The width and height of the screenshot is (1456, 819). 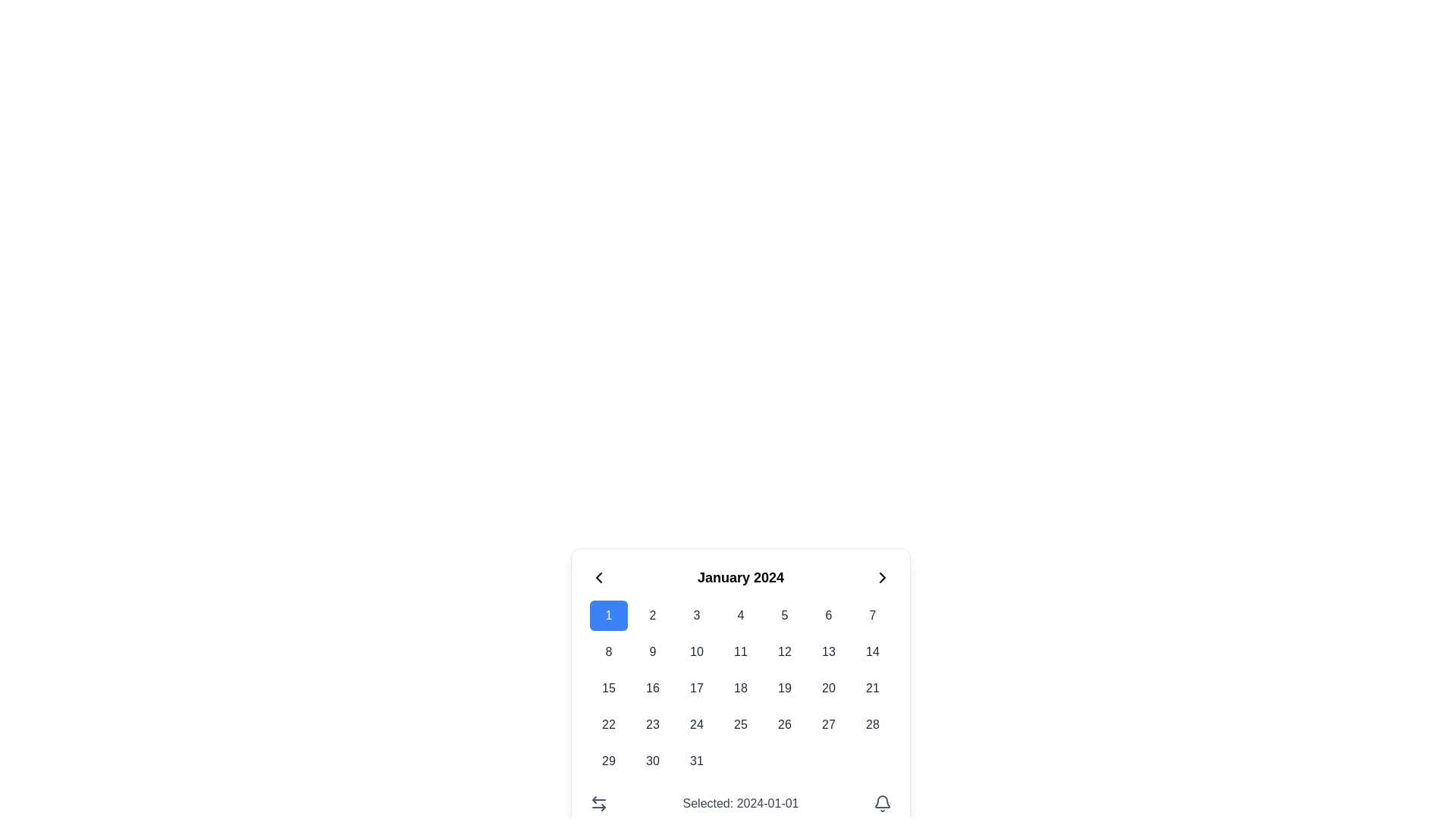 I want to click on the selectable date option in the calendar interface, which is the ninth item in a grid located in the second row and second column from the left, so click(x=652, y=651).